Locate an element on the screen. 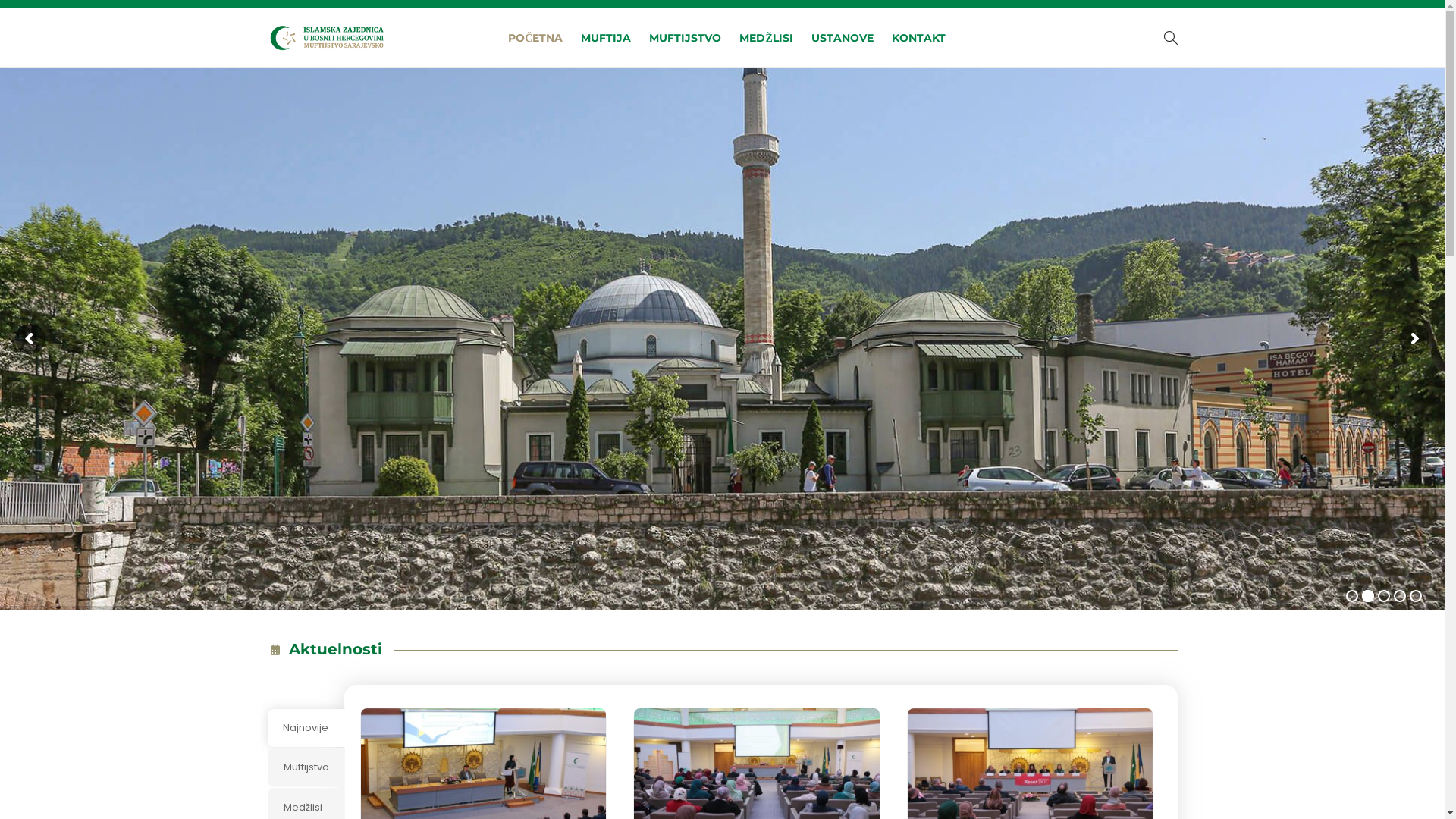 The height and width of the screenshot is (819, 1456). 'MUFTIJA' is located at coordinates (604, 37).